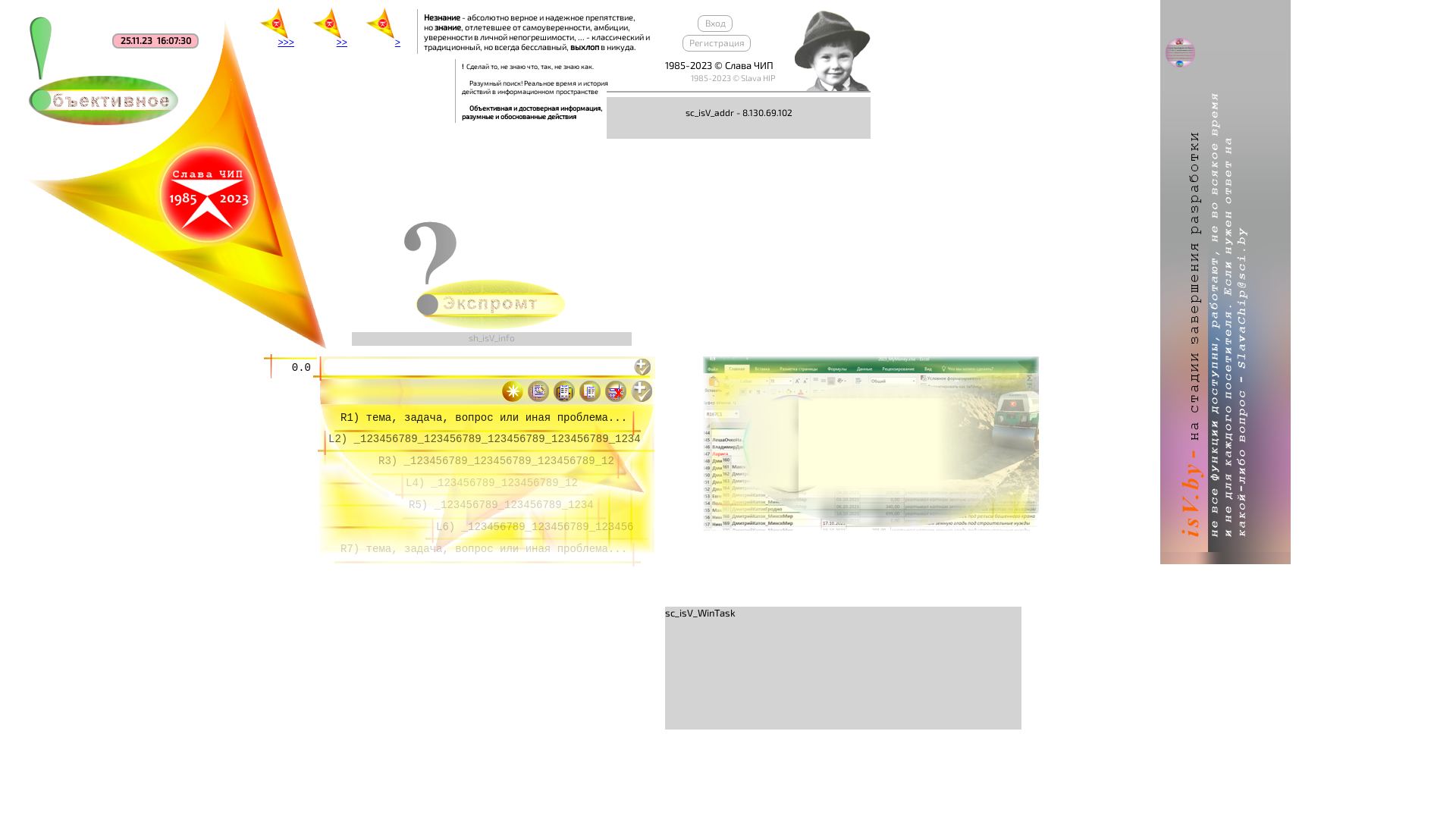 Image resolution: width=1456 pixels, height=819 pixels. What do you see at coordinates (382, 30) in the screenshot?
I see `'>'` at bounding box center [382, 30].